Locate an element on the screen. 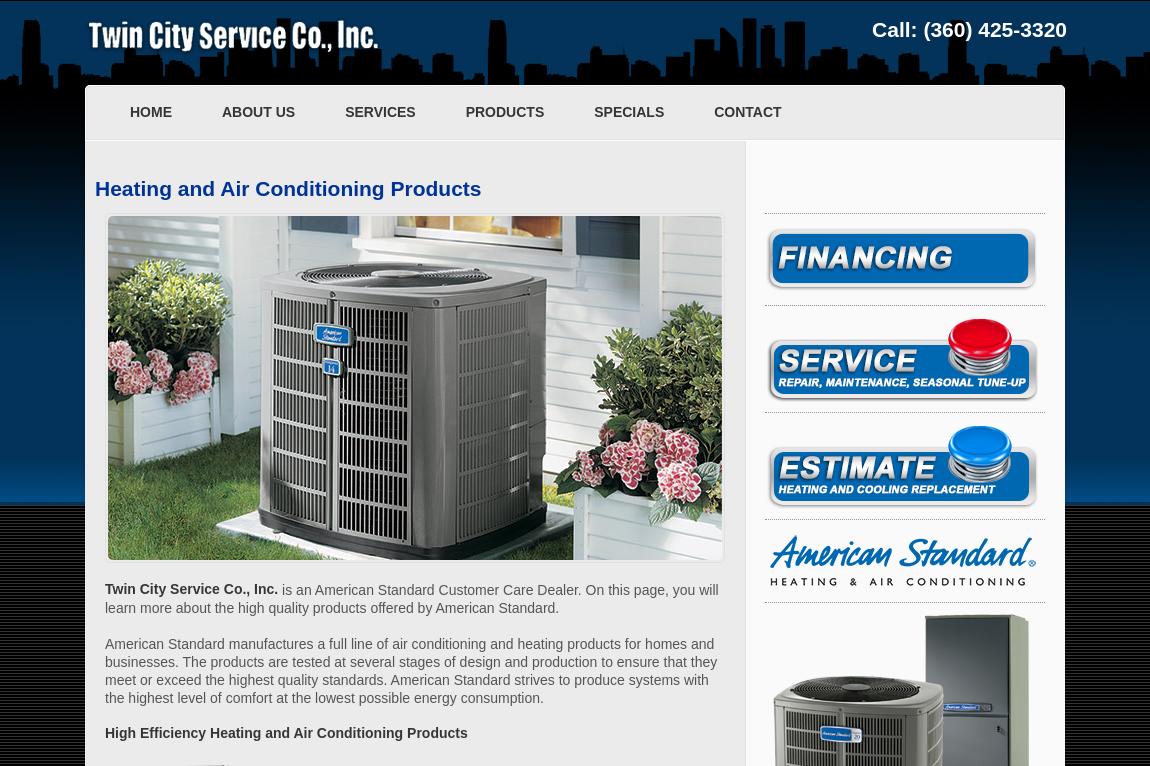  'is an American Standard Customer Care Dealer. On this page, you will learn more about the high quality products offered by American Standard.' is located at coordinates (103, 599).